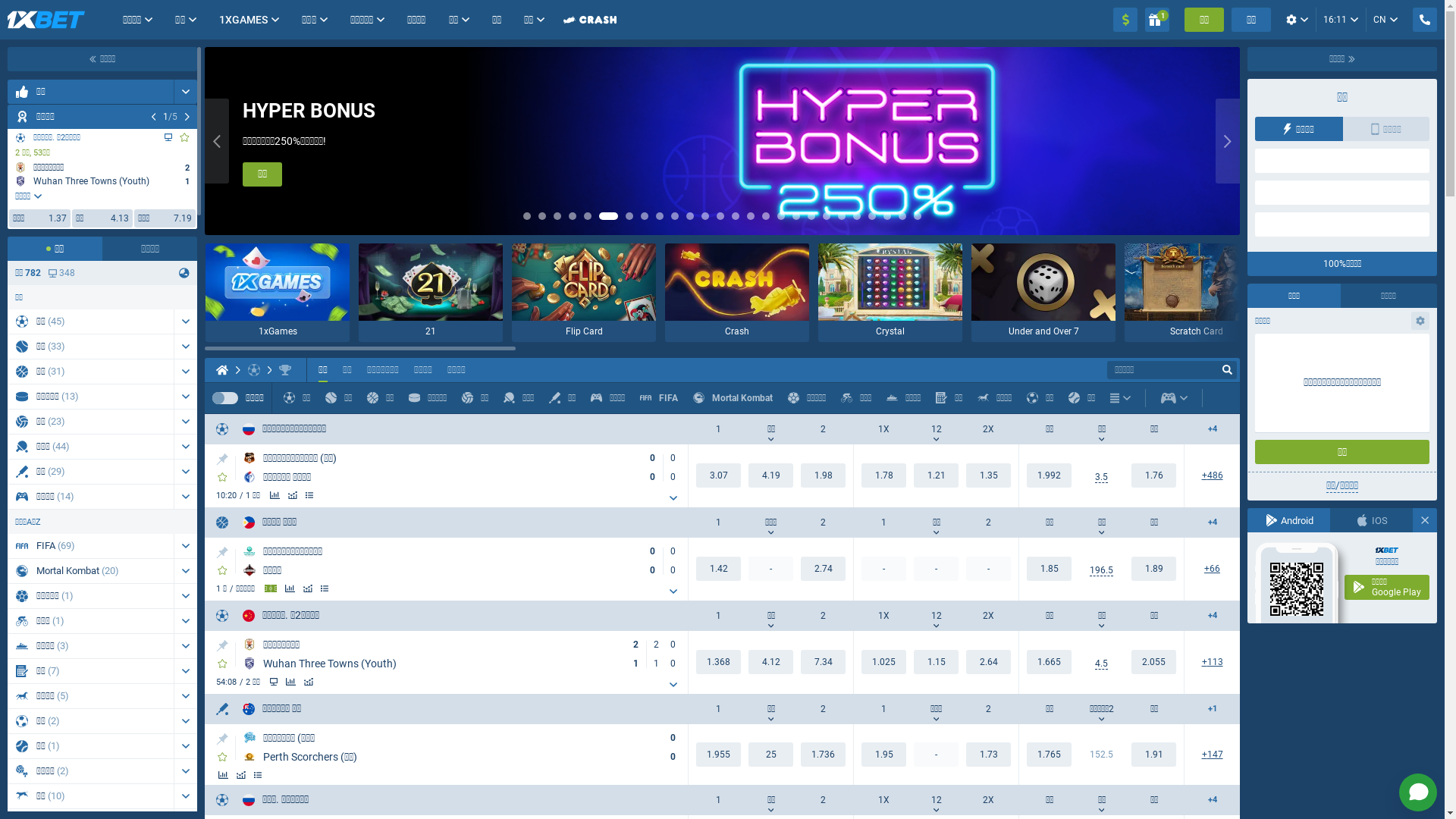  What do you see at coordinates (1196, 292) in the screenshot?
I see `'Scratch Card'` at bounding box center [1196, 292].